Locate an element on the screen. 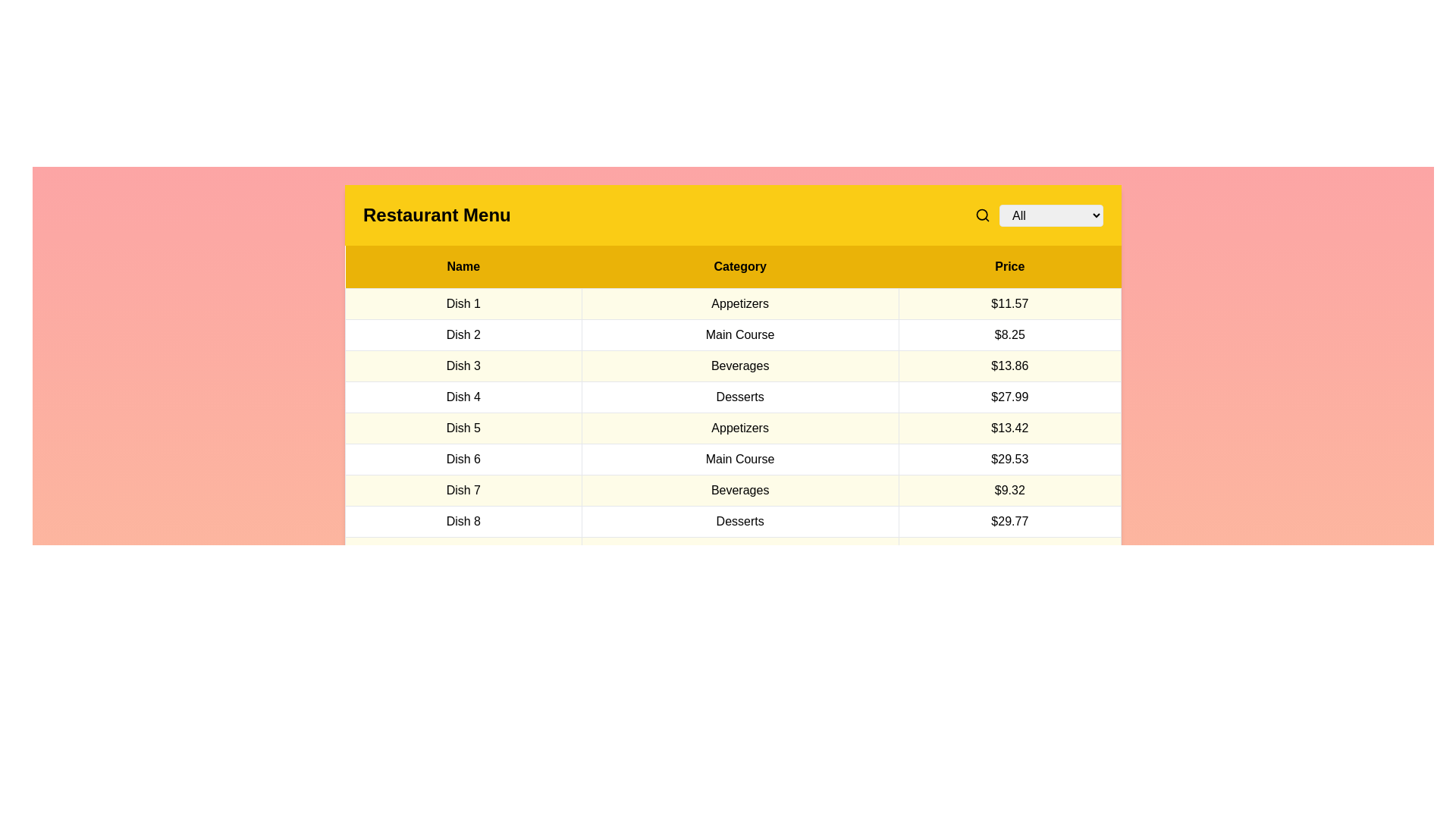 The image size is (1456, 819). the category Main Course in the dropdown menu is located at coordinates (1050, 215).